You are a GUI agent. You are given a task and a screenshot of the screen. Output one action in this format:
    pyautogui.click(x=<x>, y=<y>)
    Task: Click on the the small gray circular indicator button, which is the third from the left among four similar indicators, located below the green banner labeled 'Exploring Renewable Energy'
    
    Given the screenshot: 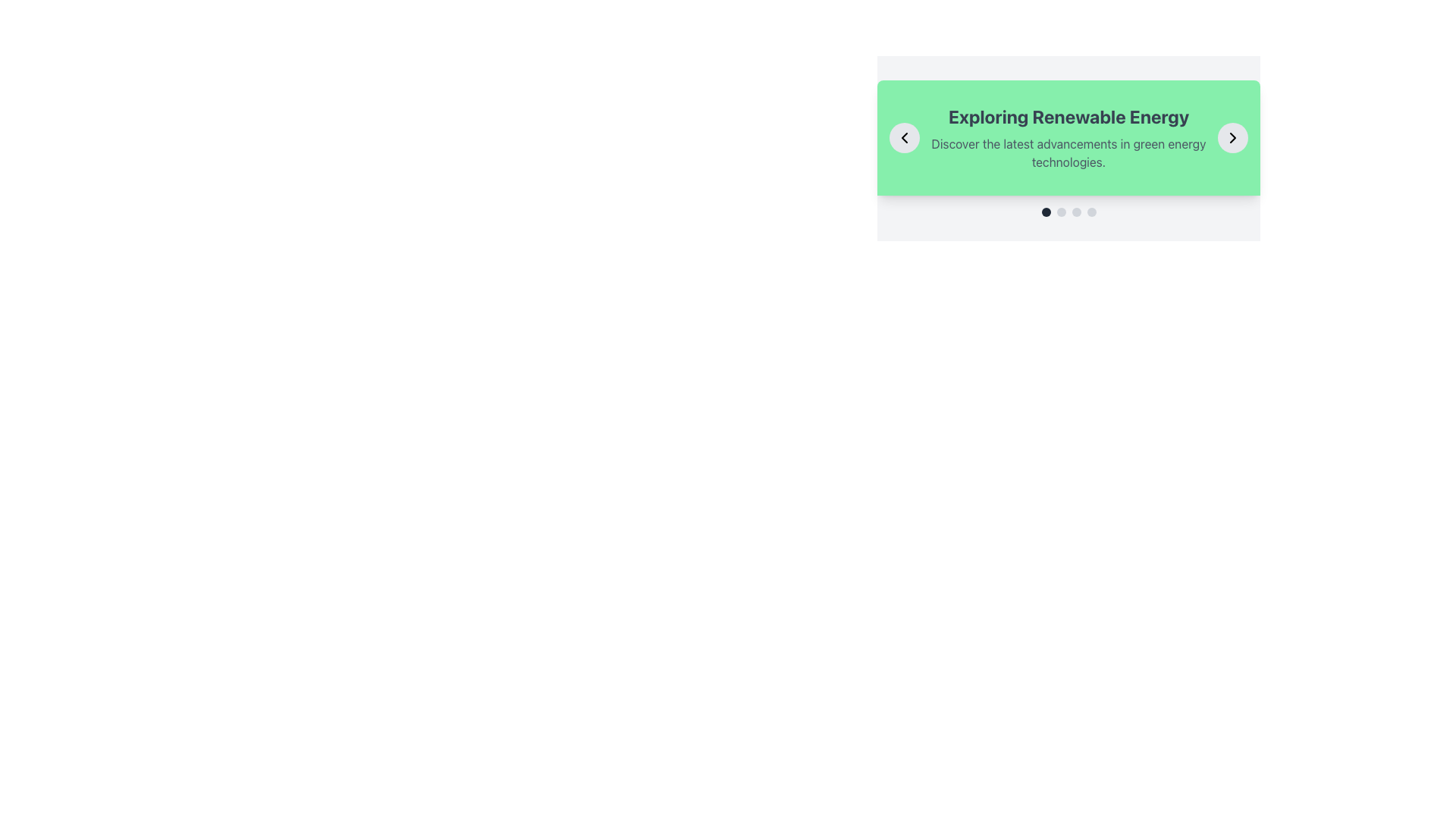 What is the action you would take?
    pyautogui.click(x=1075, y=212)
    